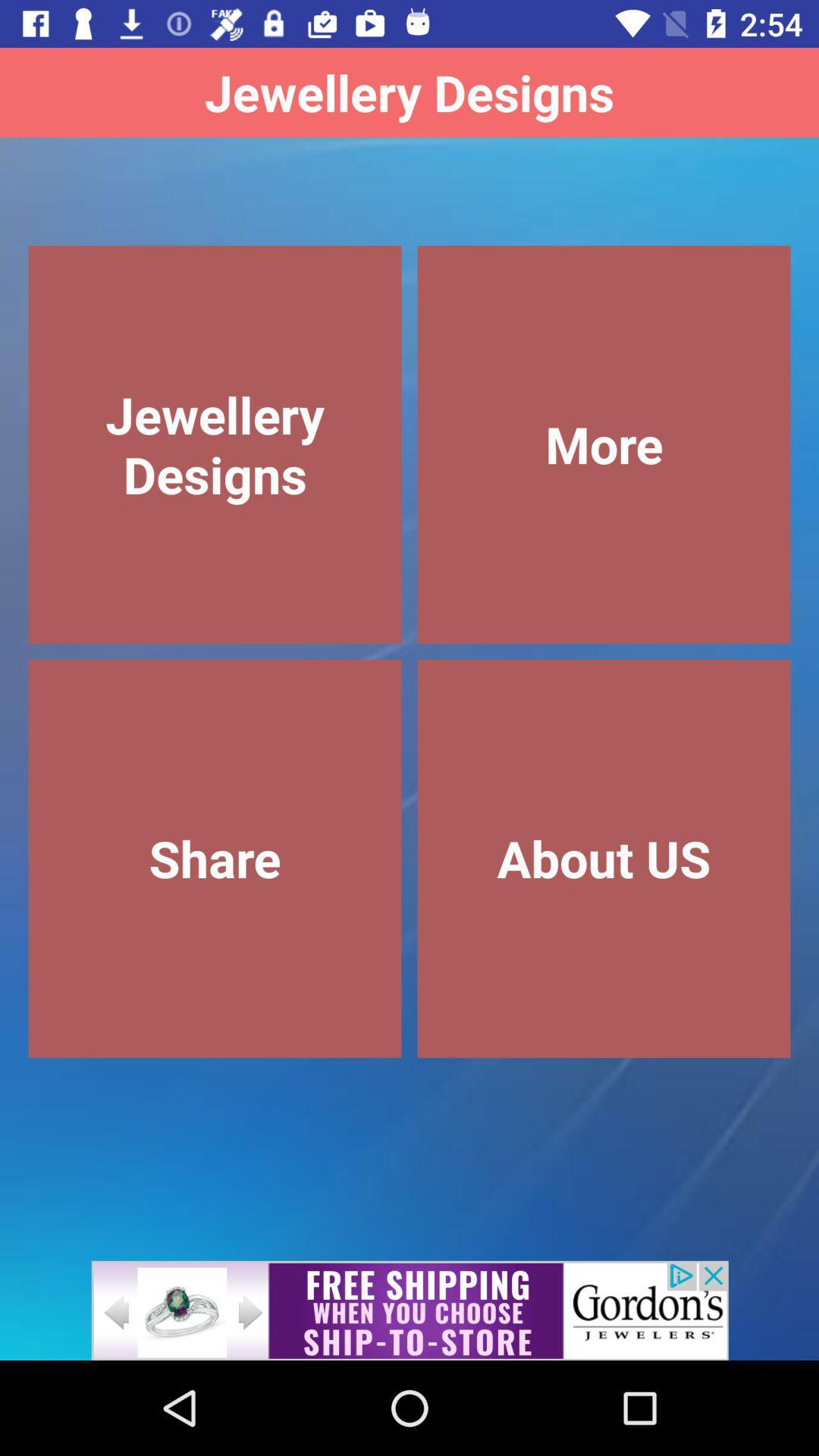 The height and width of the screenshot is (1456, 819). What do you see at coordinates (409, 1310) in the screenshot?
I see `visit gordon 's jewelers` at bounding box center [409, 1310].